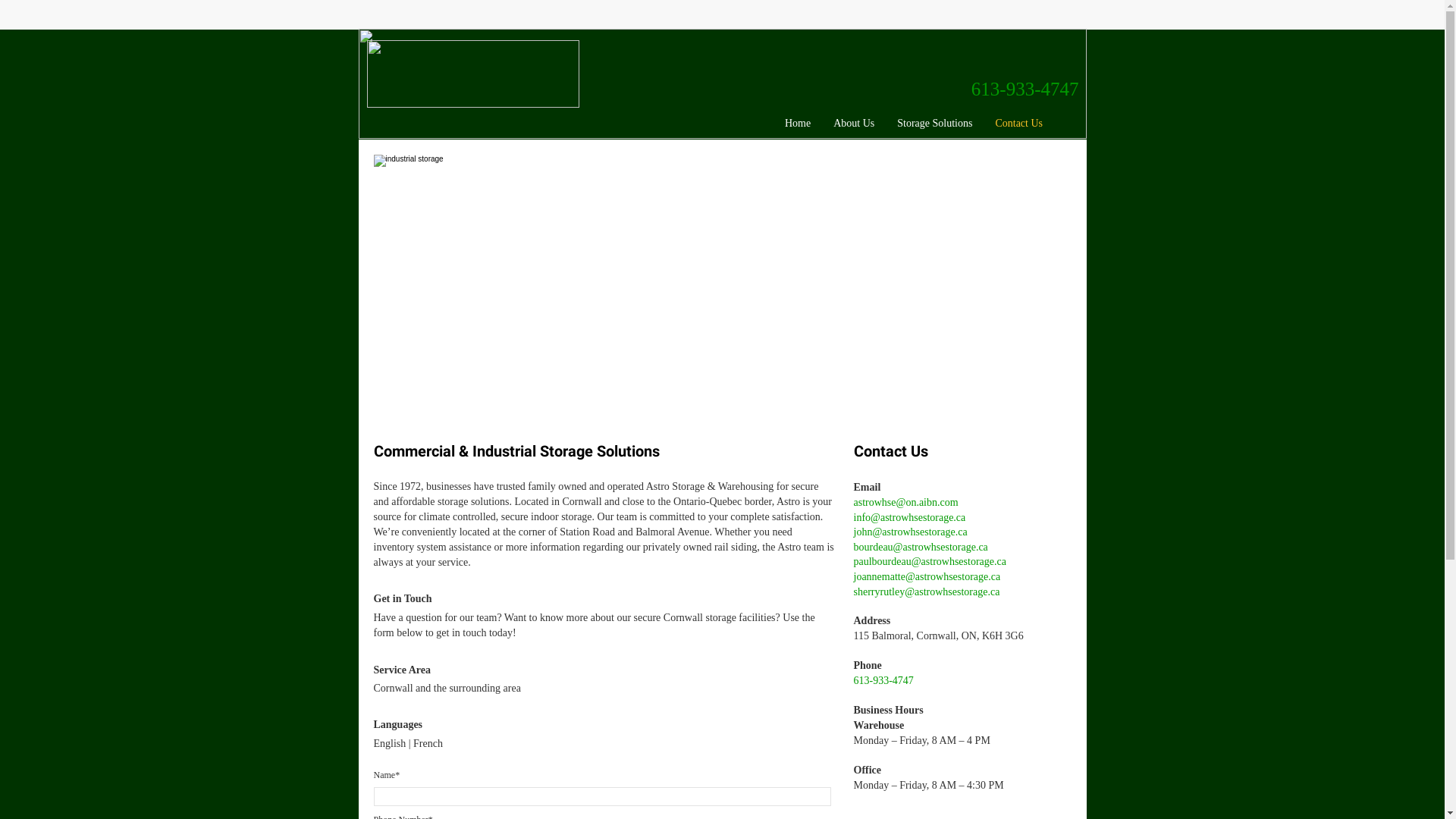  Describe the element at coordinates (910, 532) in the screenshot. I see `'john@astrowhsestorage.ca'` at that location.